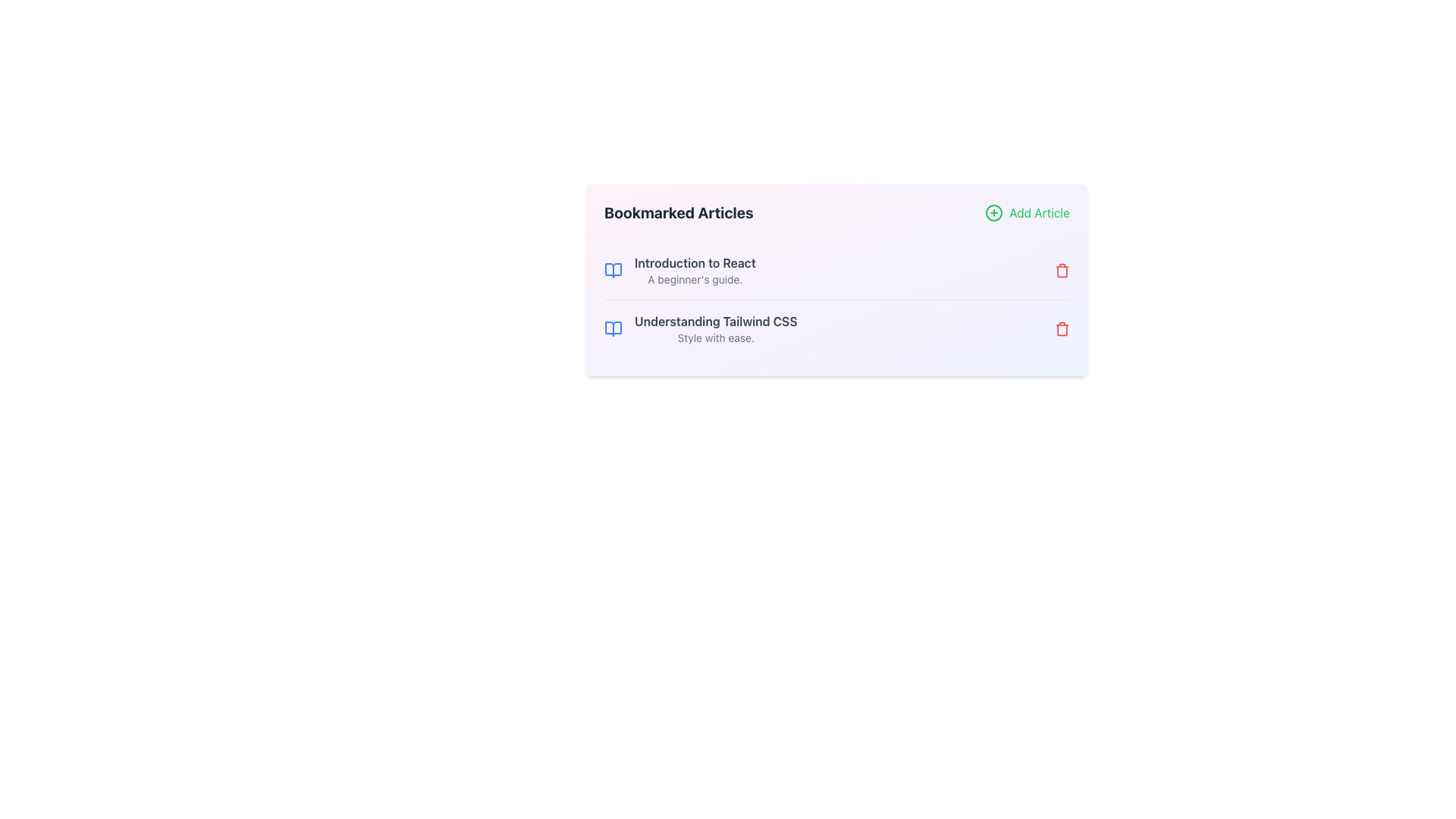  What do you see at coordinates (715, 321) in the screenshot?
I see `the title of the second article in the 'Bookmarked Articles' section, which is represented by a clickable text label positioned above the article's subtitle and to the right of a small book icon` at bounding box center [715, 321].